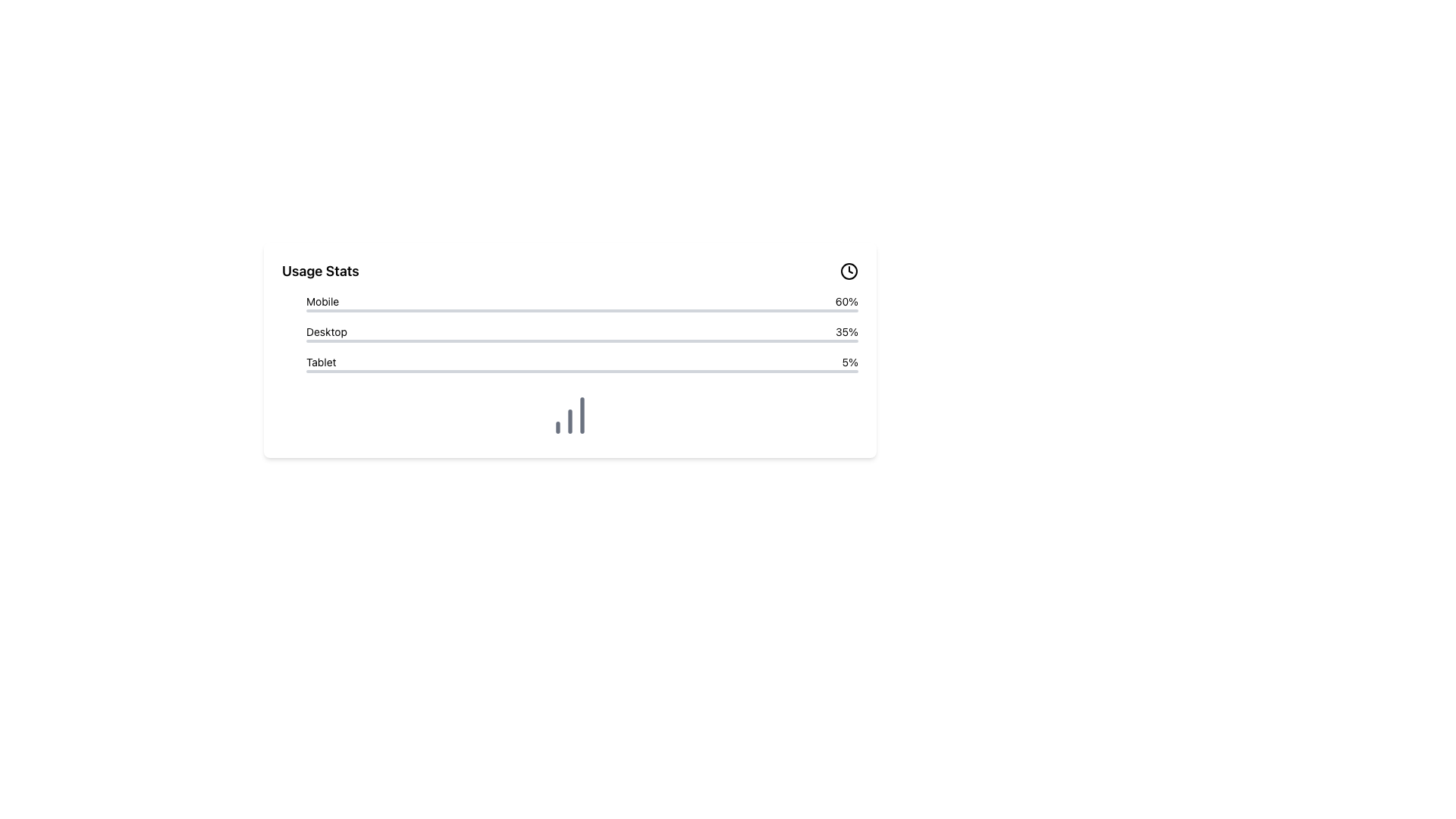 The height and width of the screenshot is (819, 1456). I want to click on the progress bar representing 'Mobile' usage, so click(582, 303).